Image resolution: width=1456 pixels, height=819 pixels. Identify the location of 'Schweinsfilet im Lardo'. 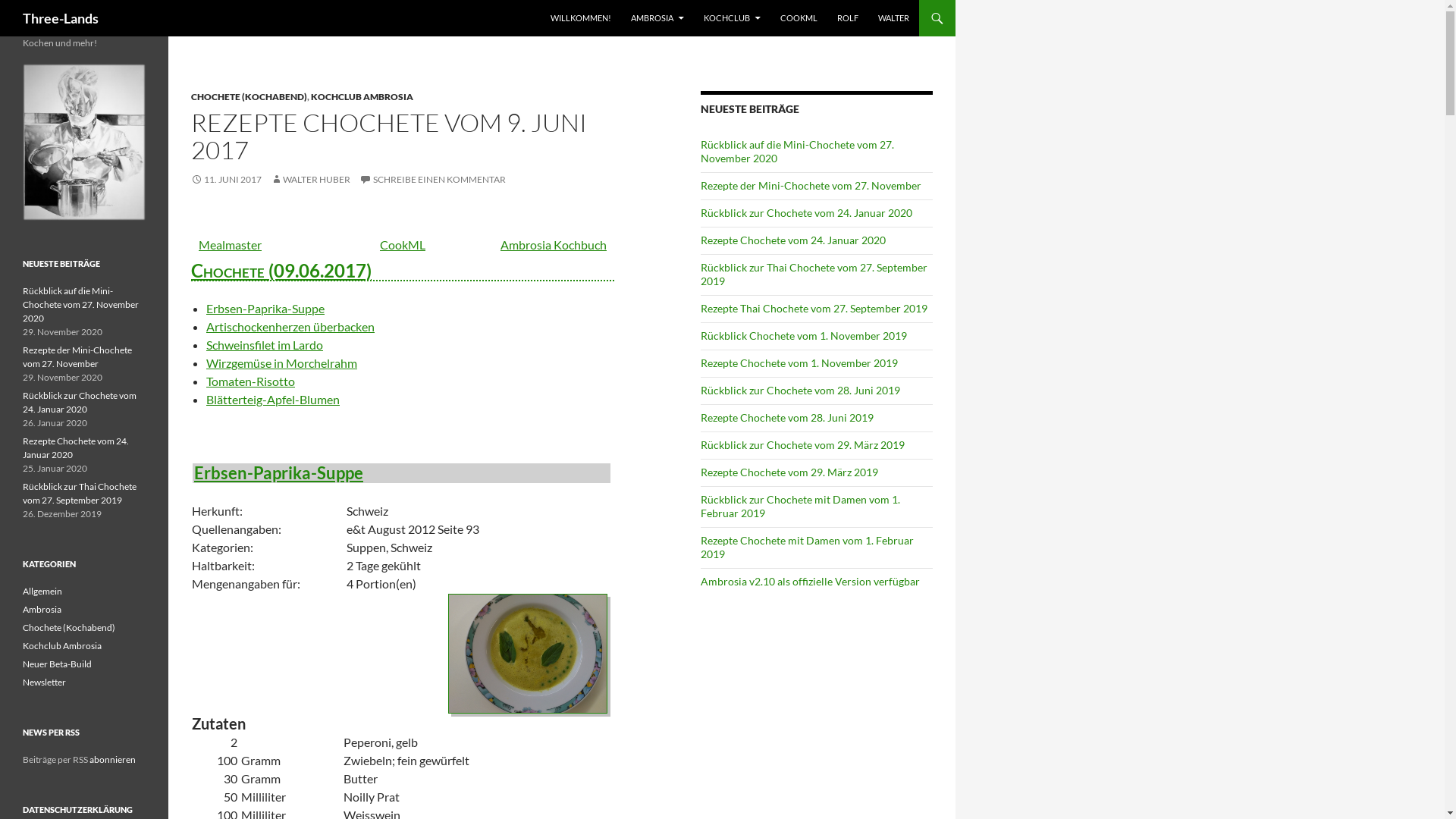
(265, 344).